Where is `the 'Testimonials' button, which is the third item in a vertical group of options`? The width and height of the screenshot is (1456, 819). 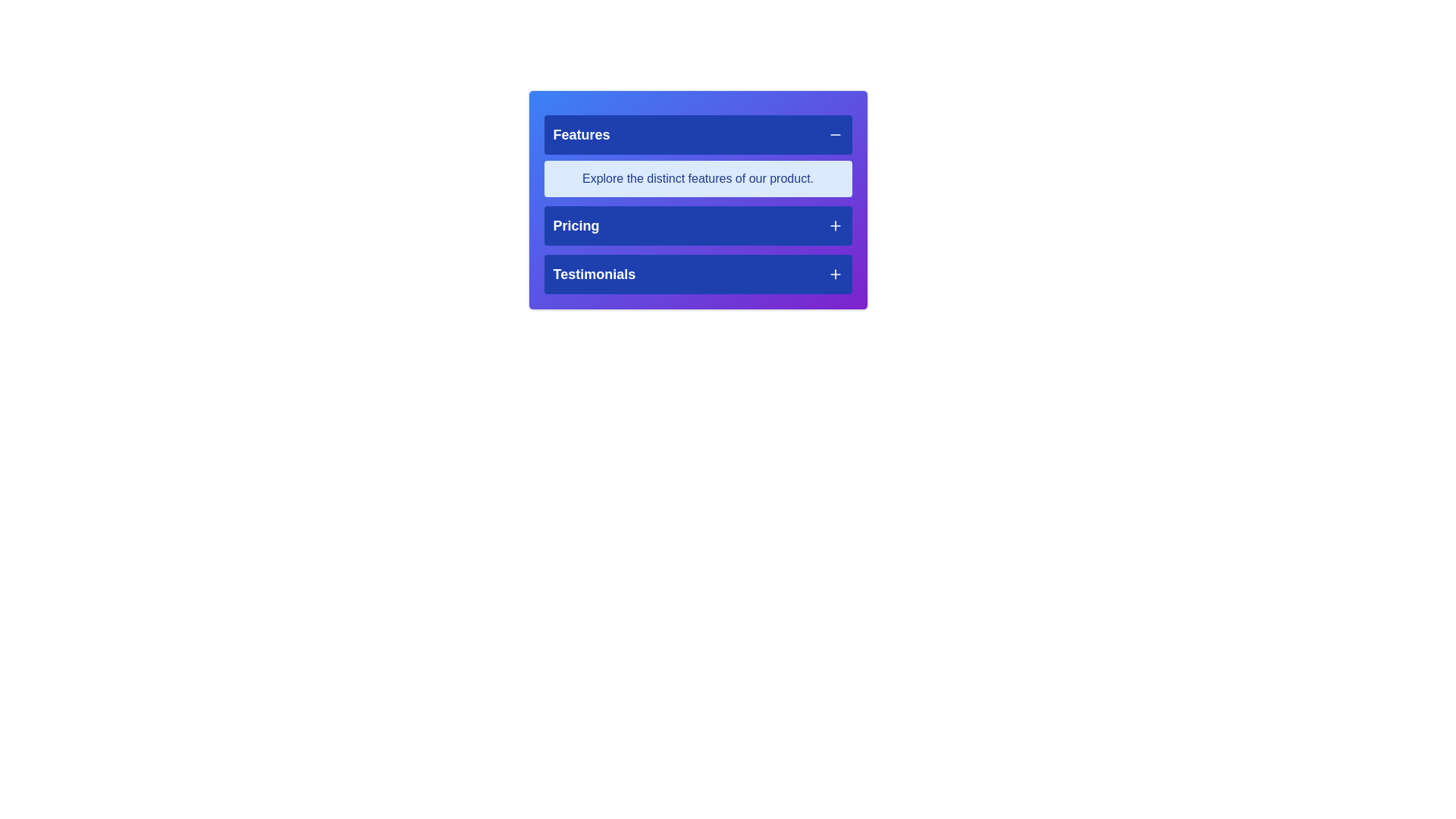 the 'Testimonials' button, which is the third item in a vertical group of options is located at coordinates (697, 275).